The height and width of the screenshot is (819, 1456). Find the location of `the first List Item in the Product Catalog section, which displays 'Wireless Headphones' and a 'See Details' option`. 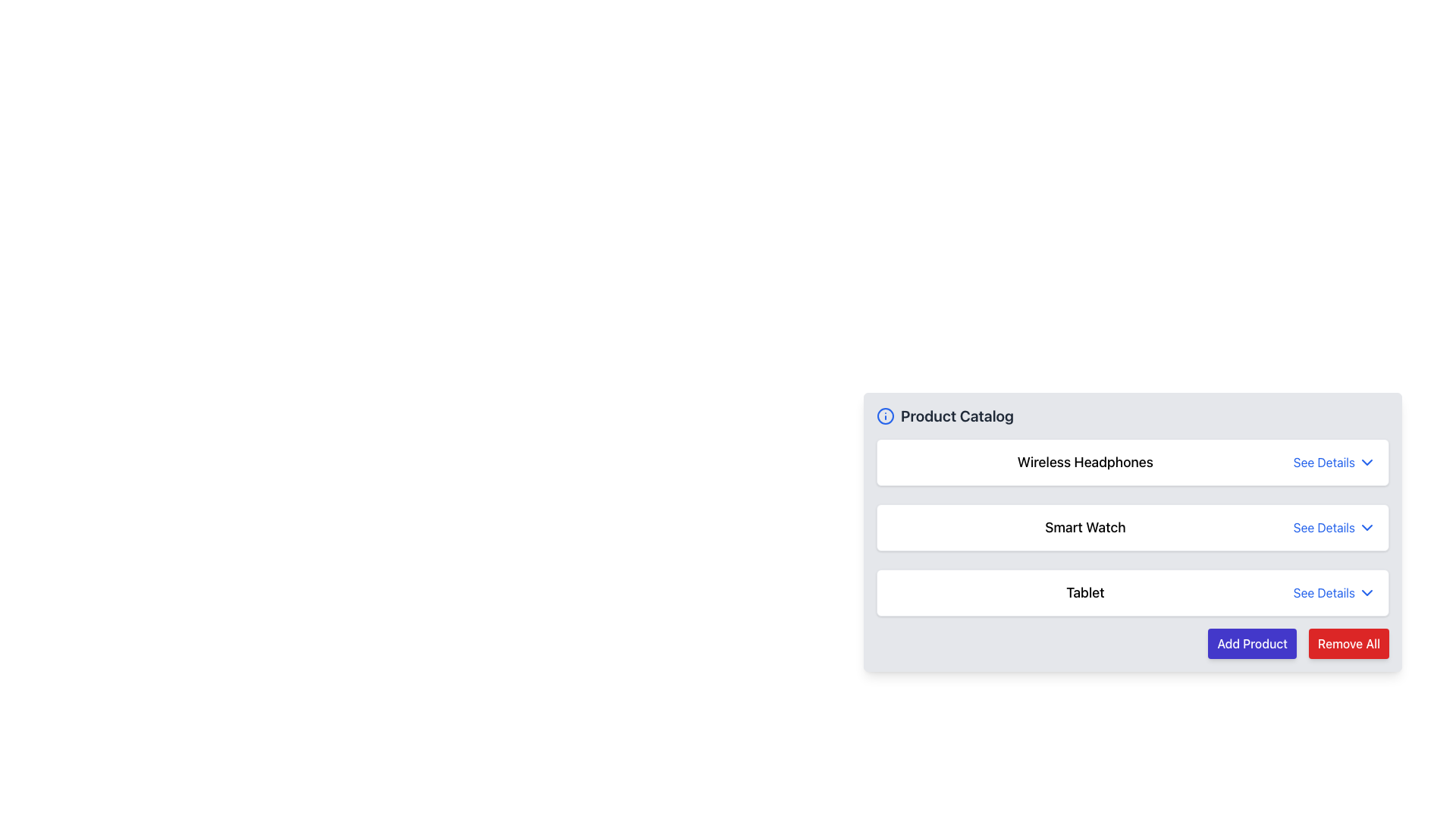

the first List Item in the Product Catalog section, which displays 'Wireless Headphones' and a 'See Details' option is located at coordinates (1132, 461).